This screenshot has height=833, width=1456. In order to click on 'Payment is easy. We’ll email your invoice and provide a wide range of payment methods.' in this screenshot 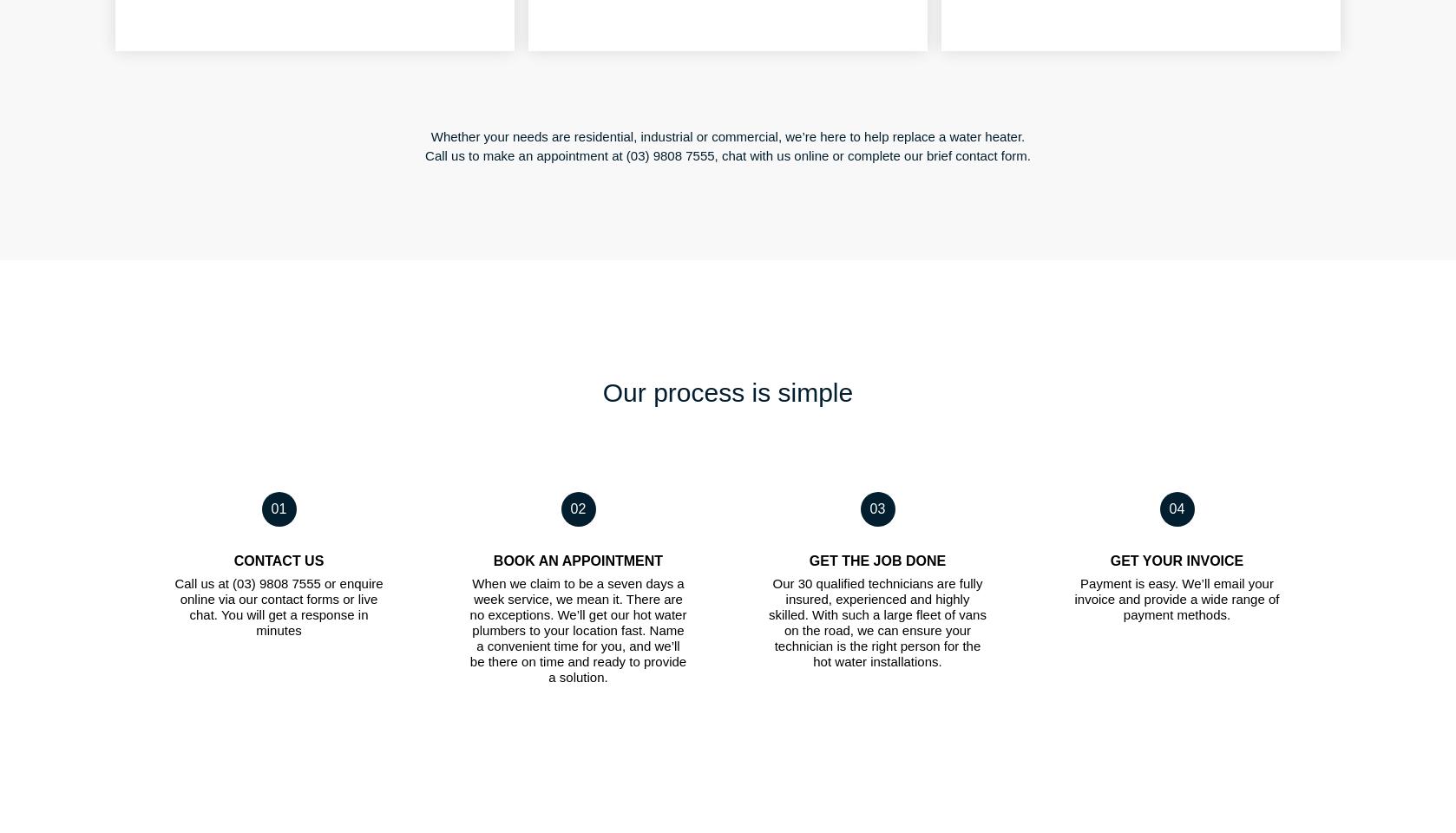, I will do `click(1175, 598)`.